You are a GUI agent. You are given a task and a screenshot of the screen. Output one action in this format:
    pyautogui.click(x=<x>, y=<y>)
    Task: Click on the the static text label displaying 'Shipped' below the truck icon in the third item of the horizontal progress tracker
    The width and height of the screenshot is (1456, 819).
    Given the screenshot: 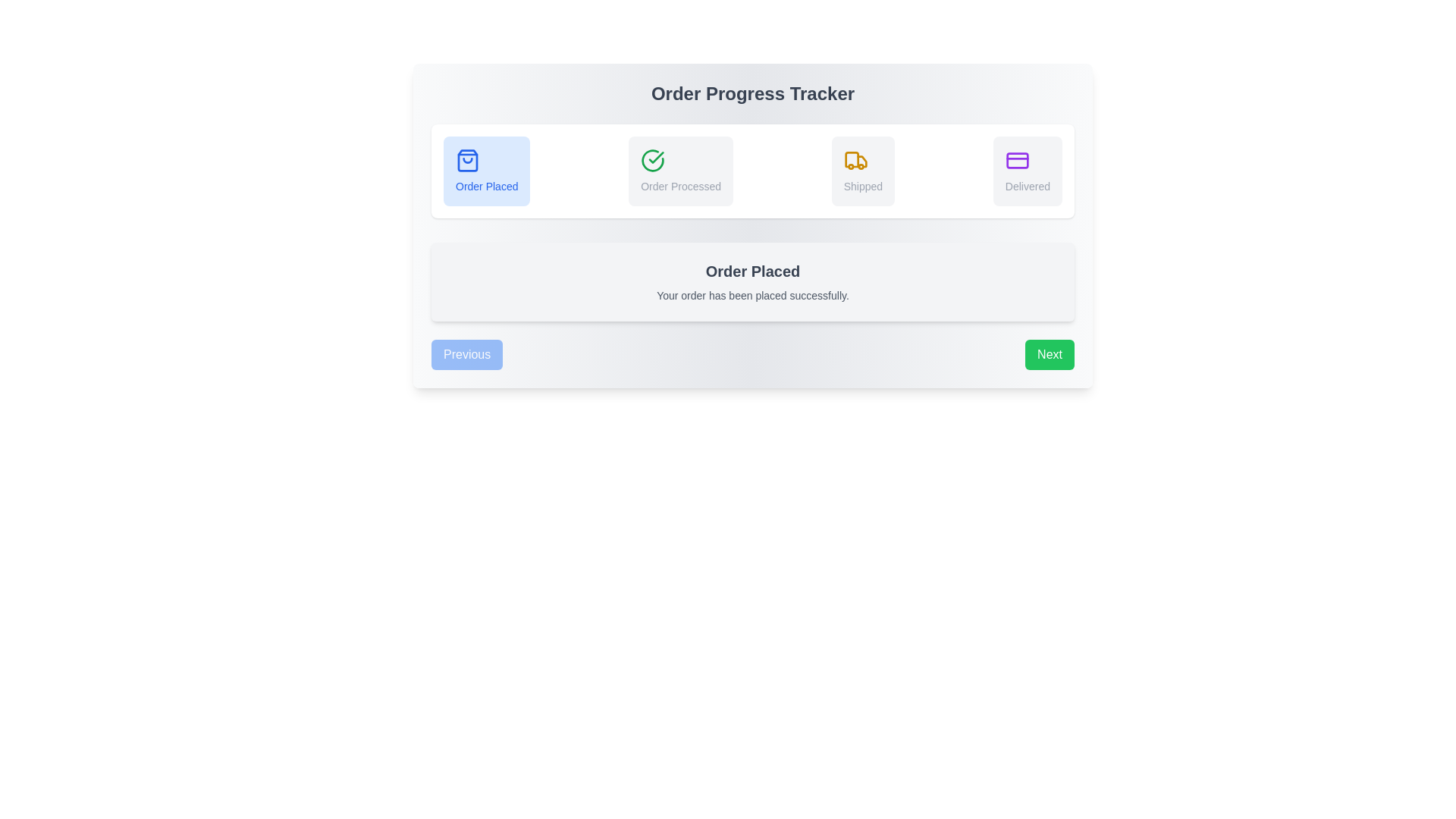 What is the action you would take?
    pyautogui.click(x=863, y=186)
    